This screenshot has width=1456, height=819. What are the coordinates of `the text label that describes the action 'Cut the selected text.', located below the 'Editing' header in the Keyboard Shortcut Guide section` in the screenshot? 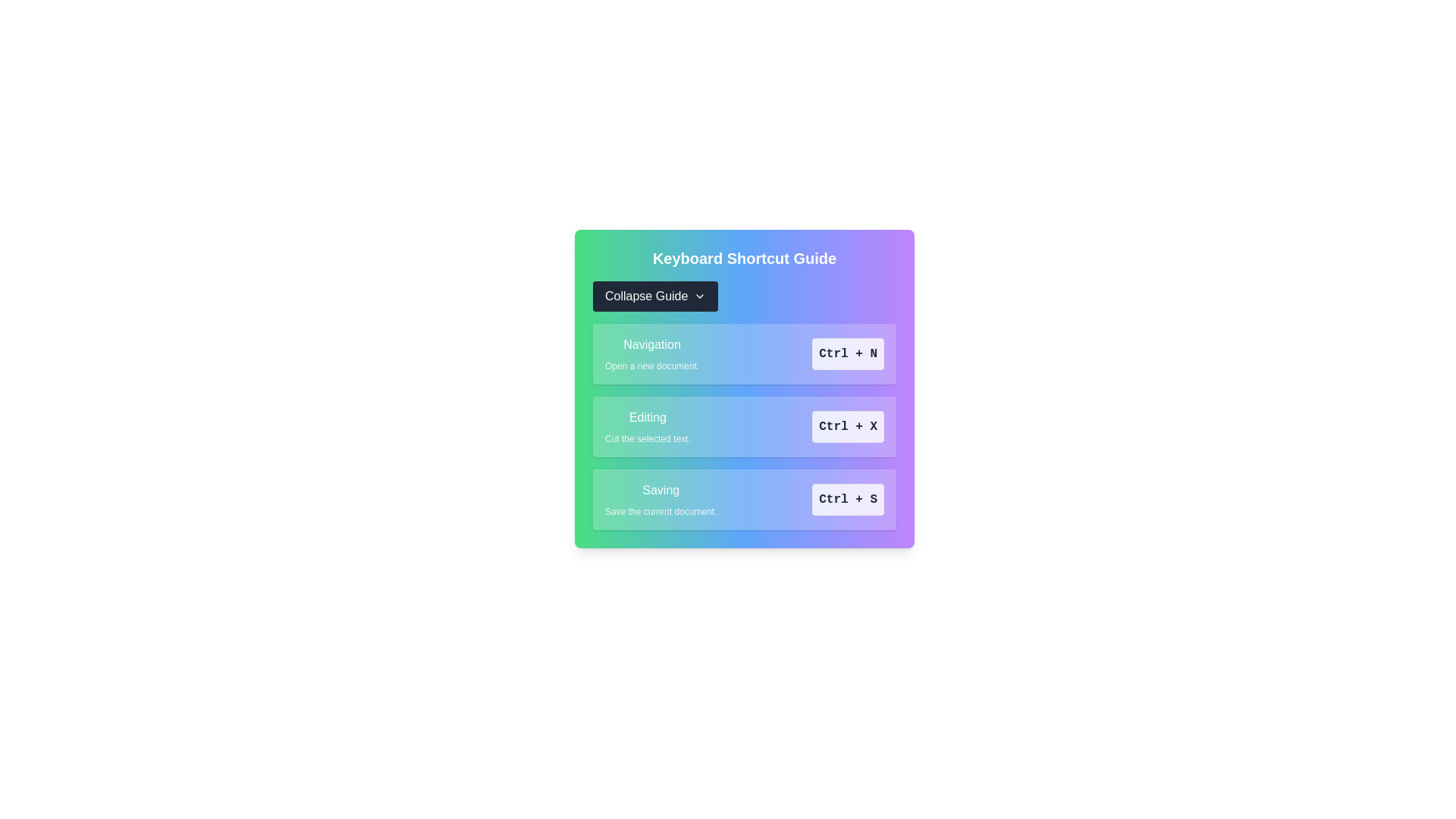 It's located at (648, 438).